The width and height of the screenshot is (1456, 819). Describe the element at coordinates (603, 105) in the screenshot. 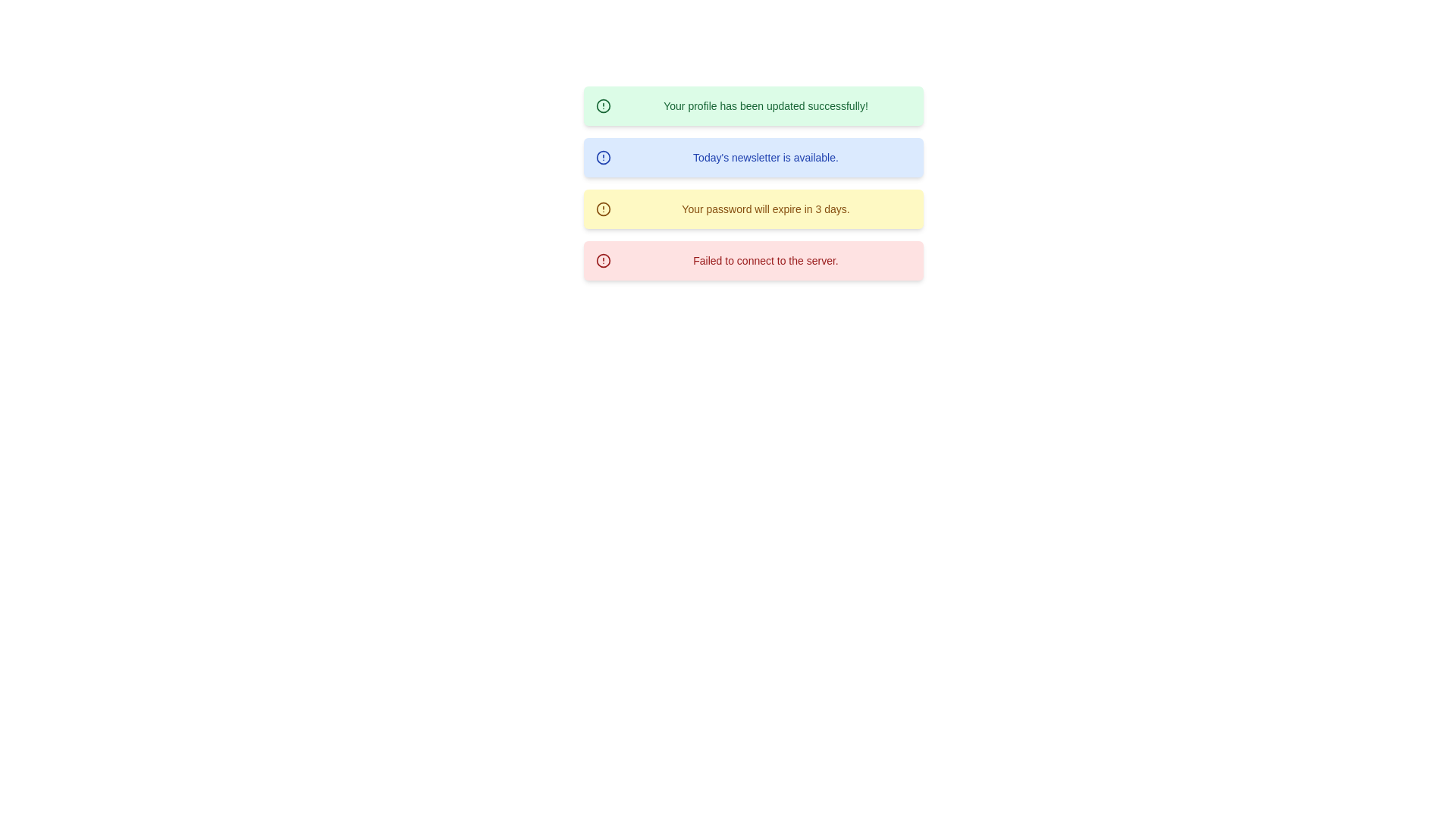

I see `the warning or informational icon located to the left of the notification box that displays 'Your profile has been updated successfully!', centered vertically` at that location.